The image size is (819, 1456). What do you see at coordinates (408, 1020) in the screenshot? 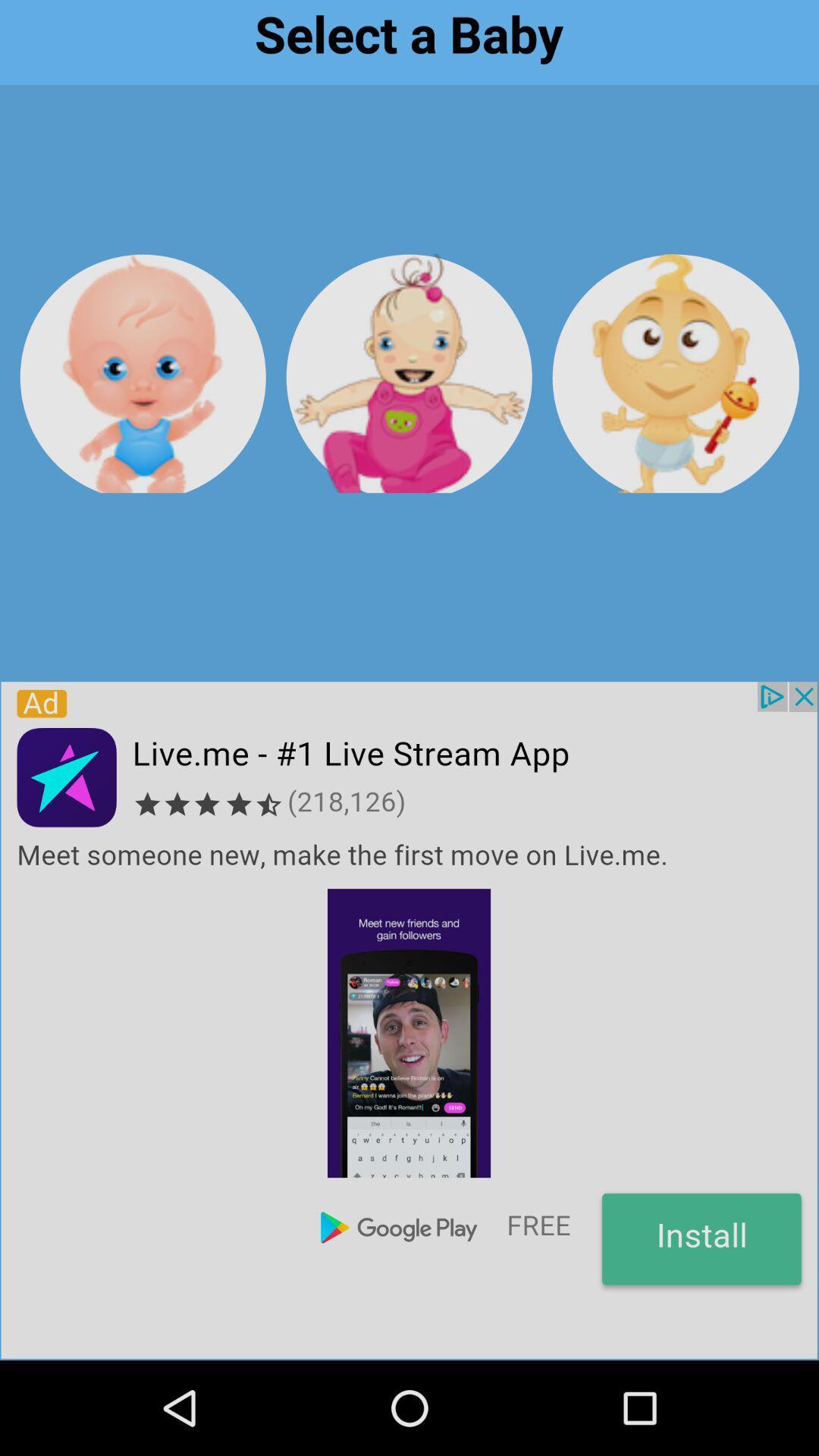
I see `advertisement` at bounding box center [408, 1020].